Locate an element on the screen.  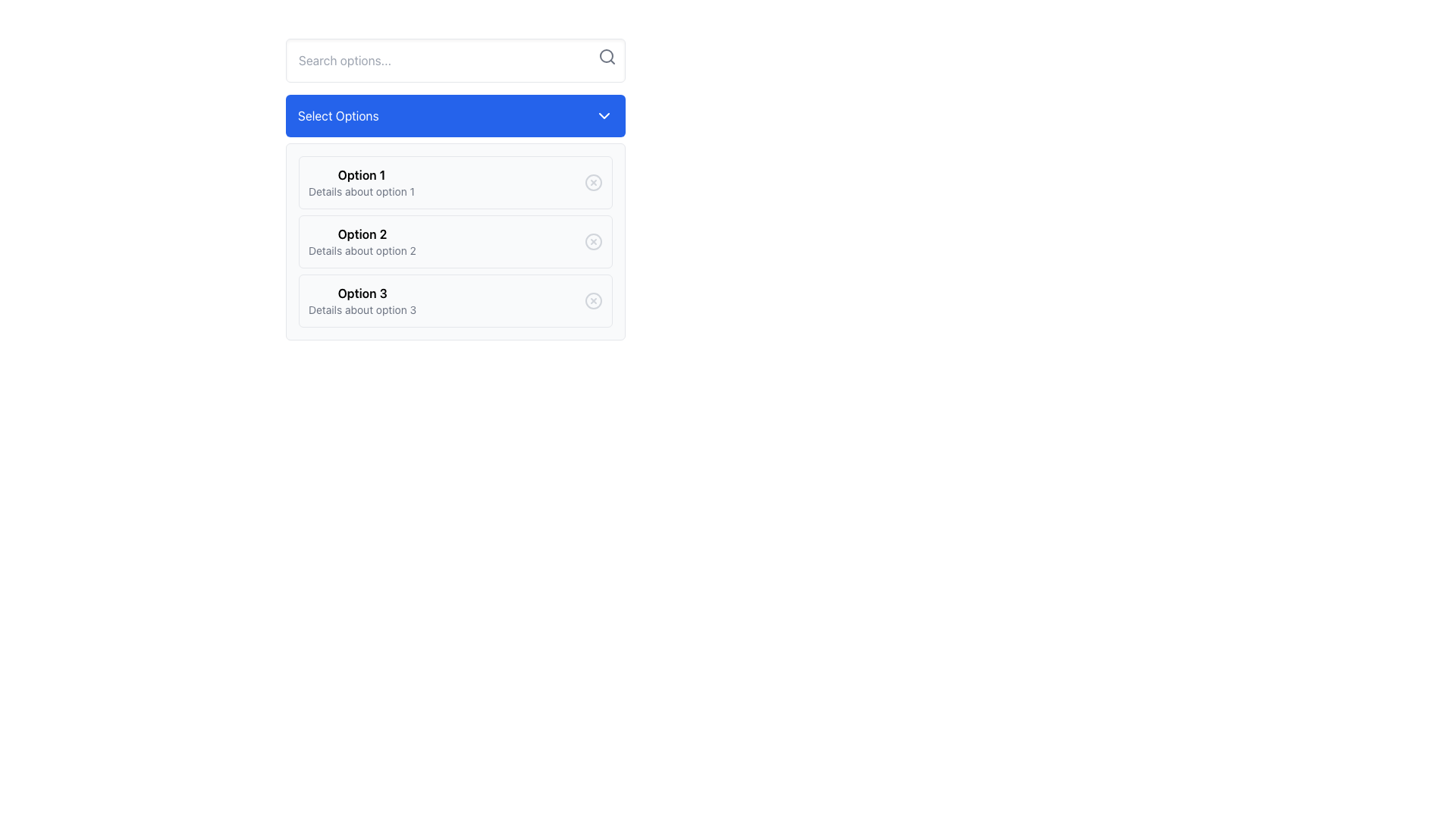
the magnifying glass icon located in the top-right corner of the search input field is located at coordinates (607, 55).